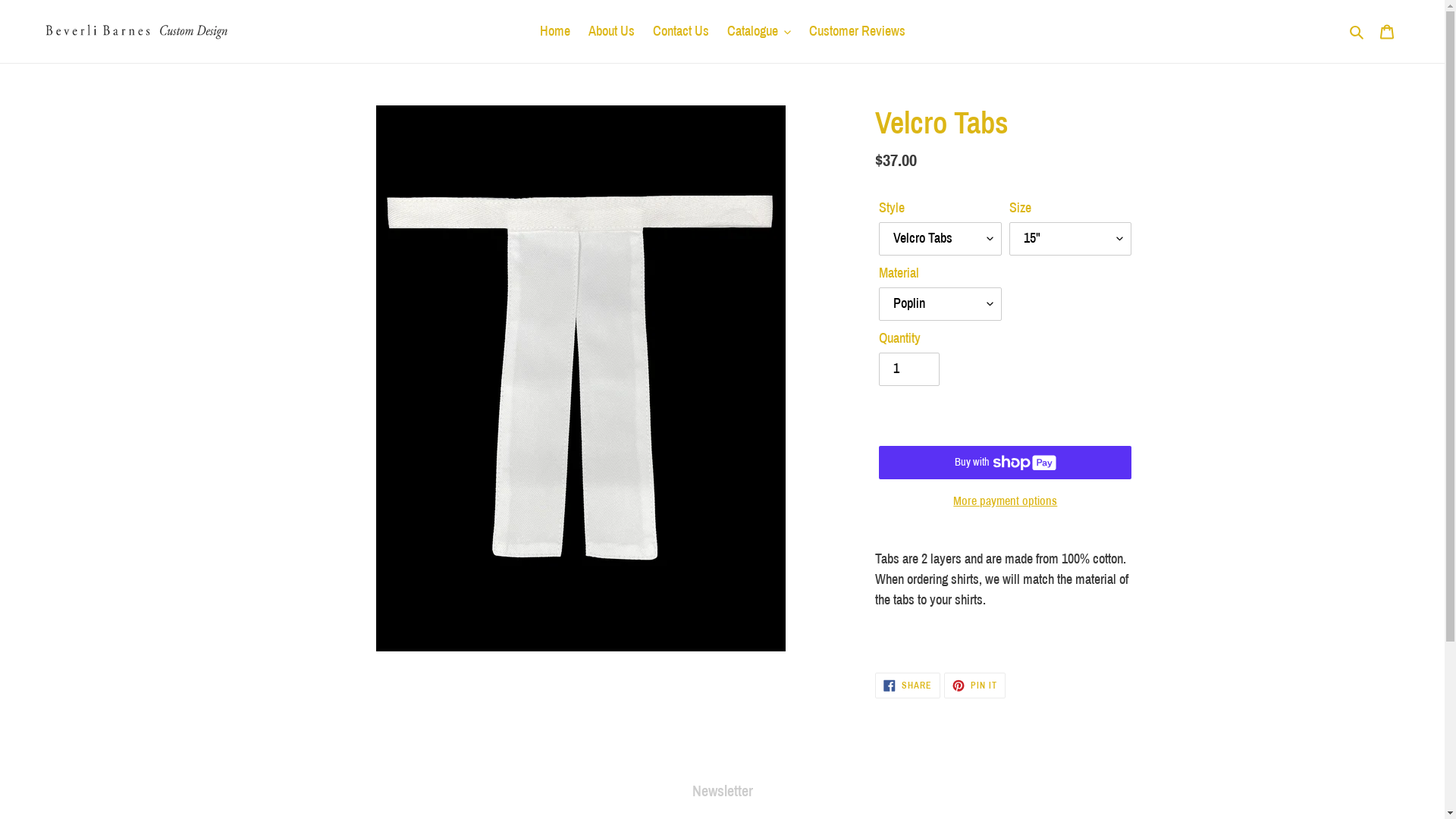 This screenshot has height=819, width=1456. Describe the element at coordinates (974, 685) in the screenshot. I see `'PIN IT` at that location.